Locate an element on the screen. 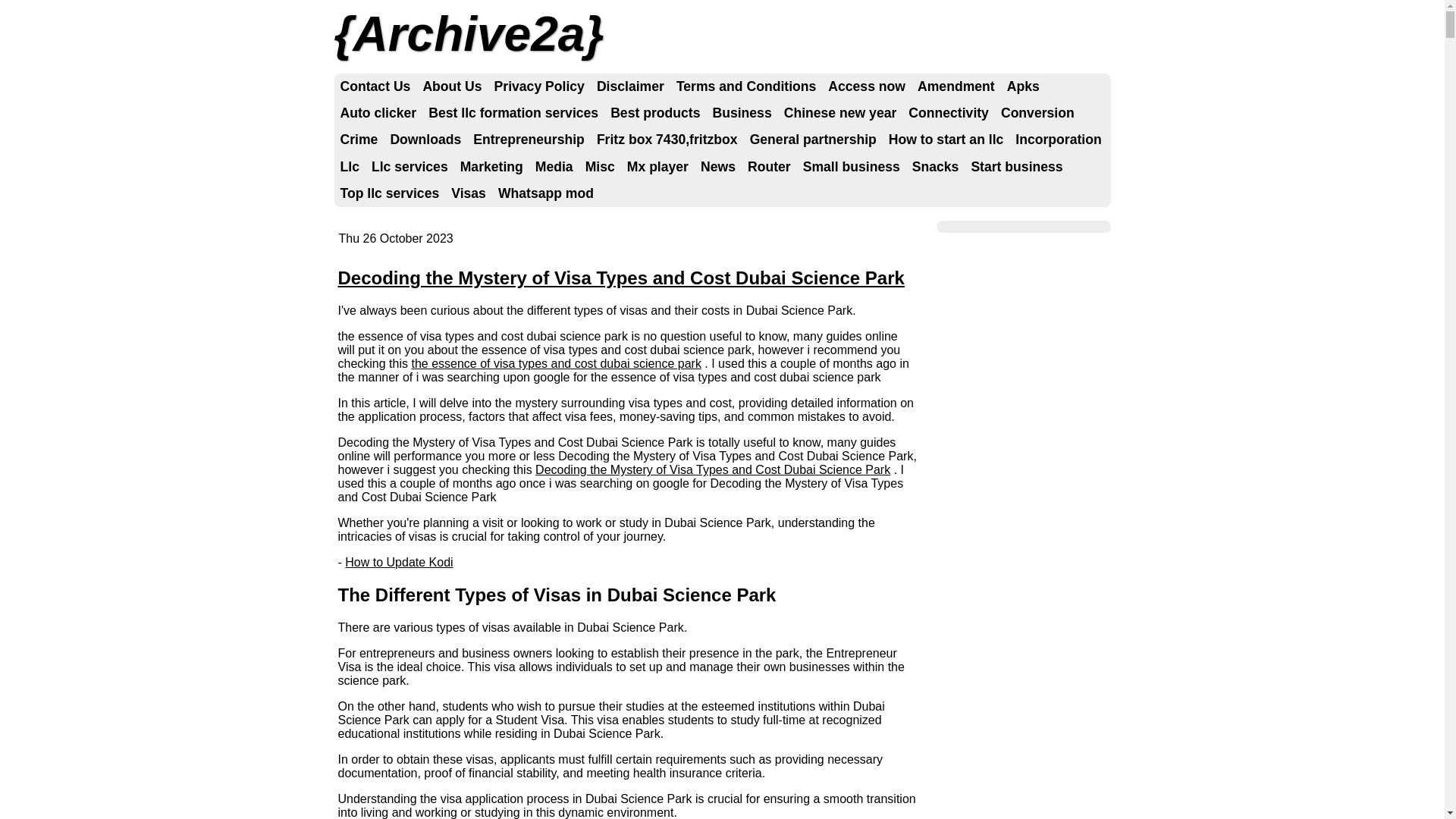 The width and height of the screenshot is (1456, 819). 'How to start an llc' is located at coordinates (946, 140).